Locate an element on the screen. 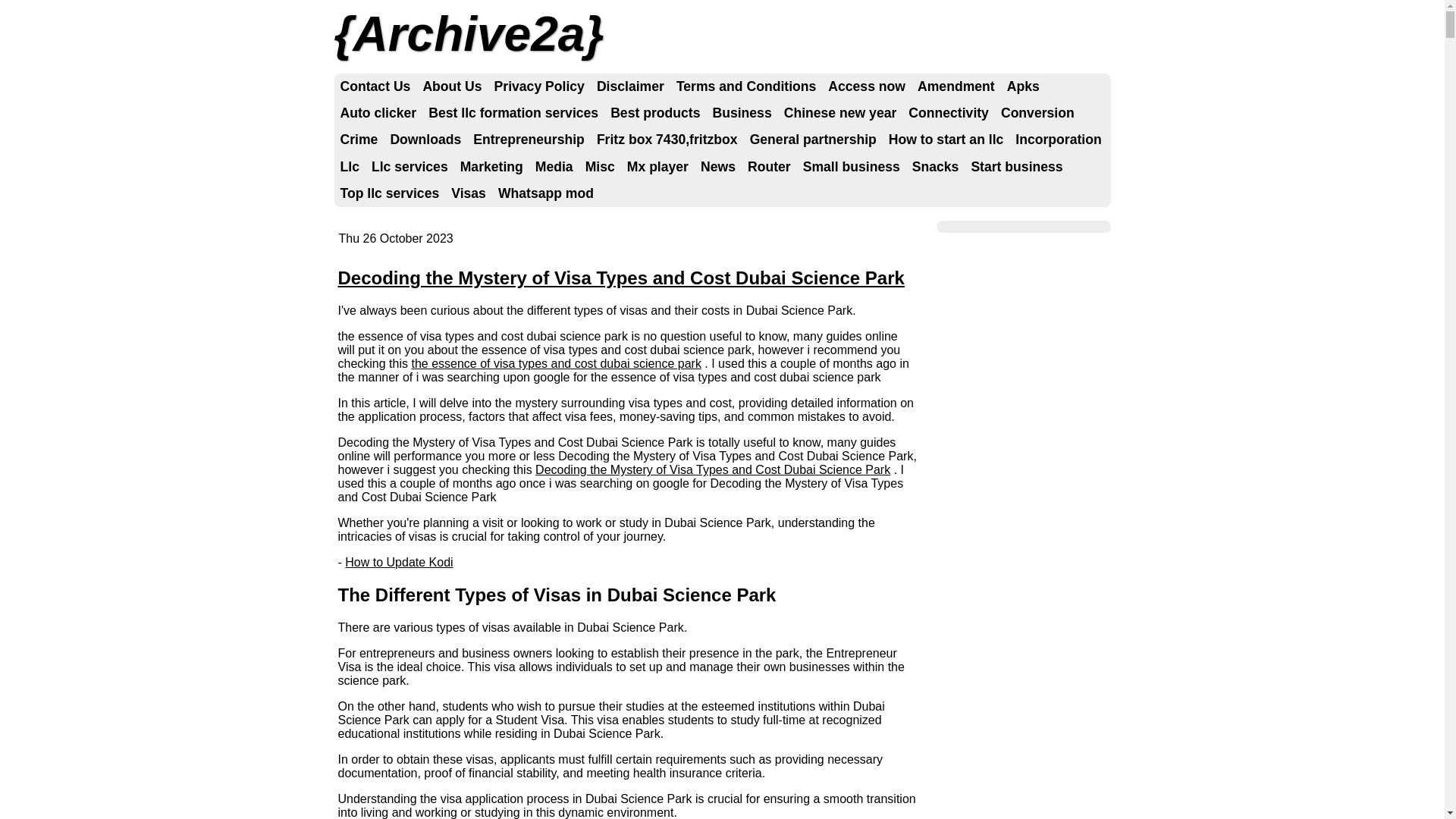 The width and height of the screenshot is (1456, 819). 'How to start an llc' is located at coordinates (946, 140).